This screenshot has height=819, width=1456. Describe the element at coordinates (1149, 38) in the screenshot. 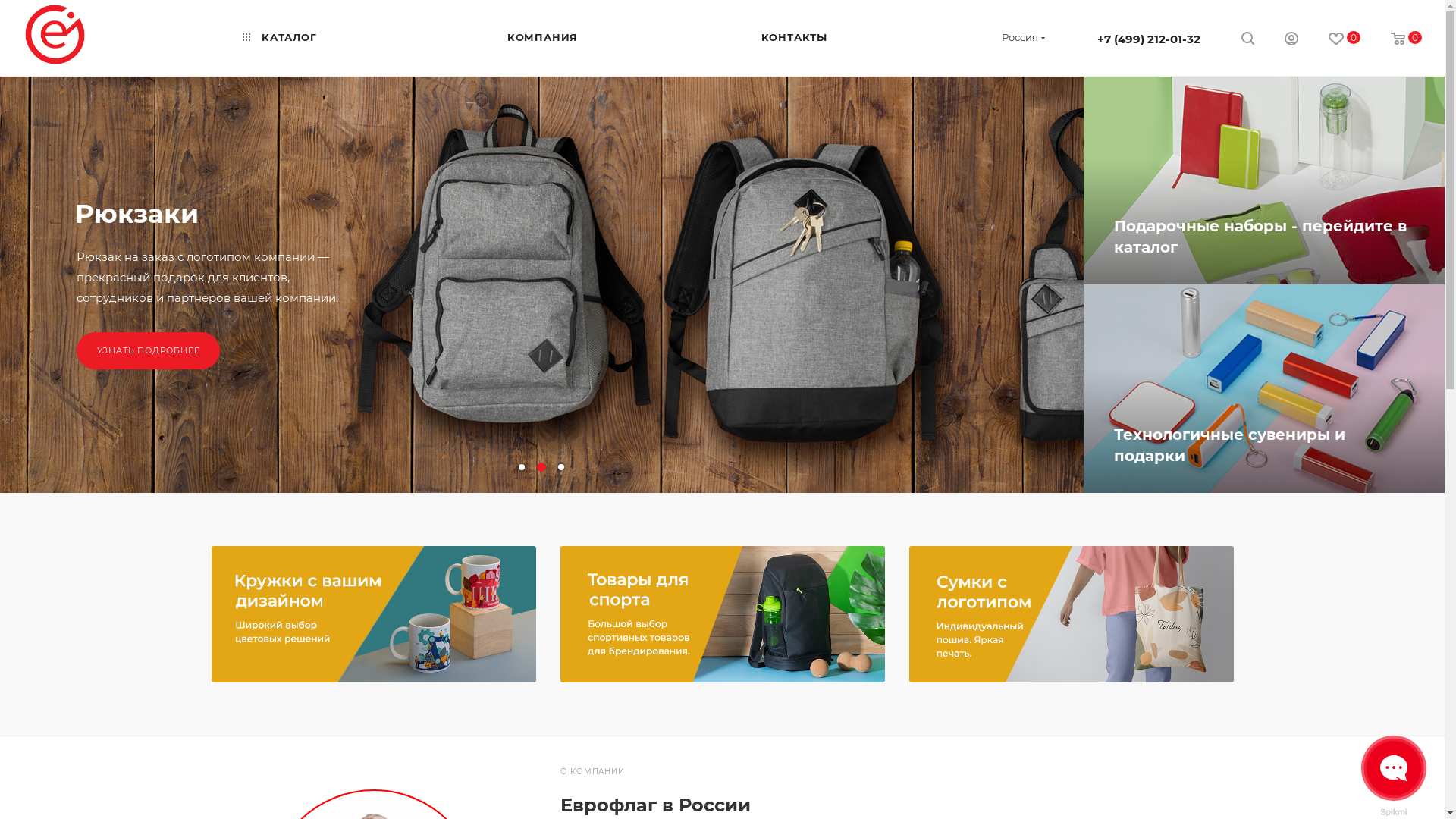

I see `'+7 (499) 212-01-32'` at that location.